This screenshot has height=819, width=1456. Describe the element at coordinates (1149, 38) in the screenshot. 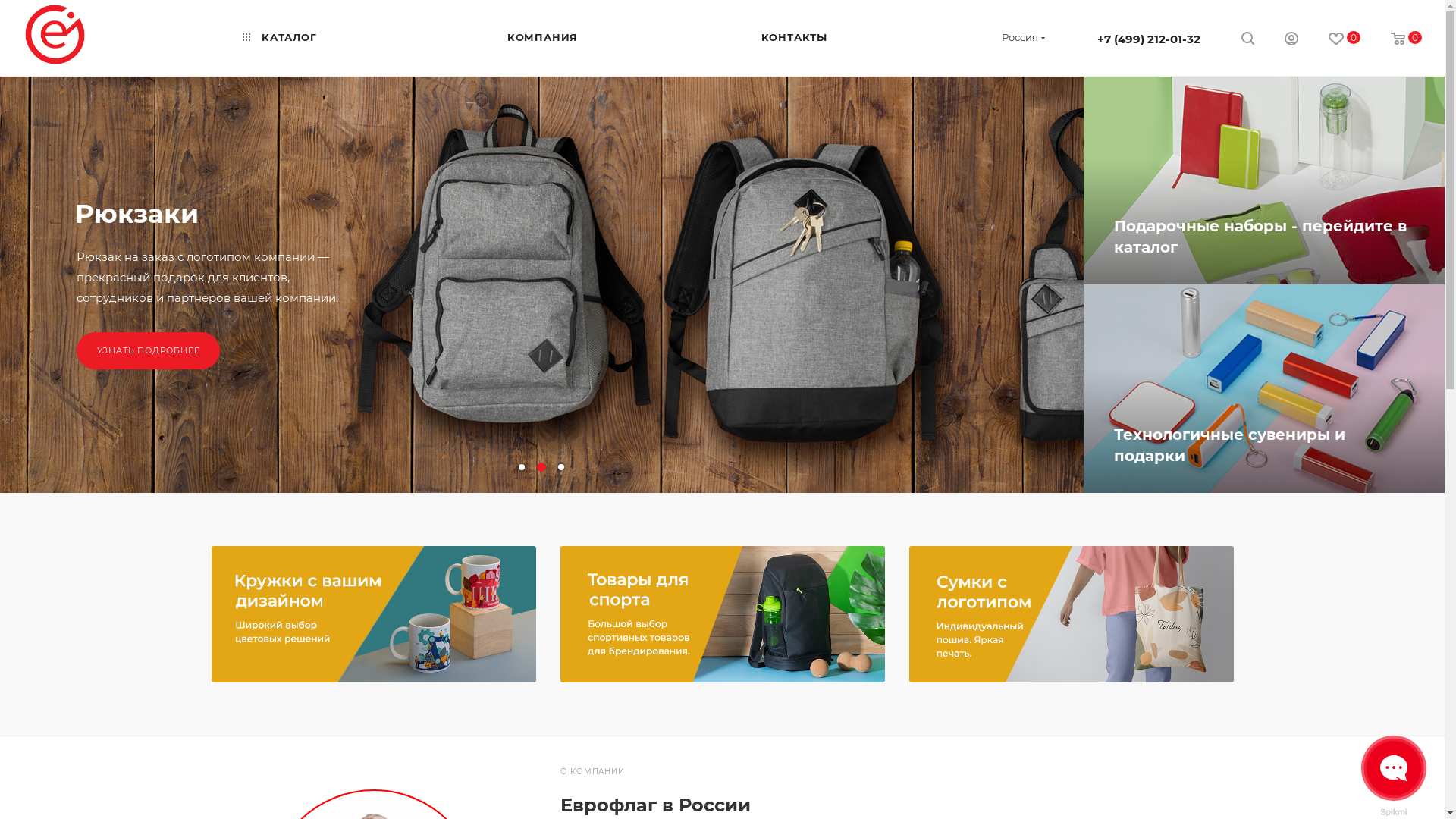

I see `'+7 (499) 212-01-32'` at that location.